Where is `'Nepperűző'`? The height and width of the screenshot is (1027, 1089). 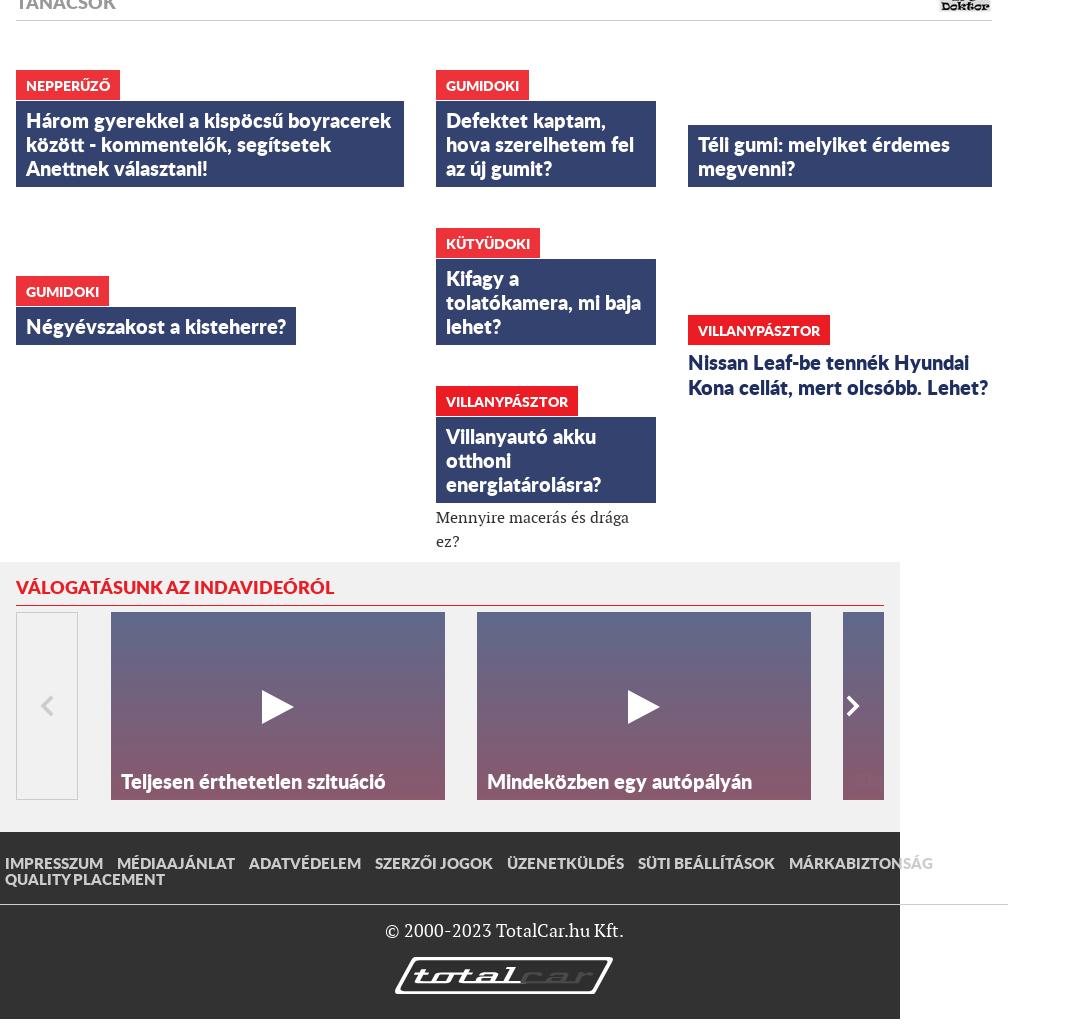
'Nepperűző' is located at coordinates (67, 83).